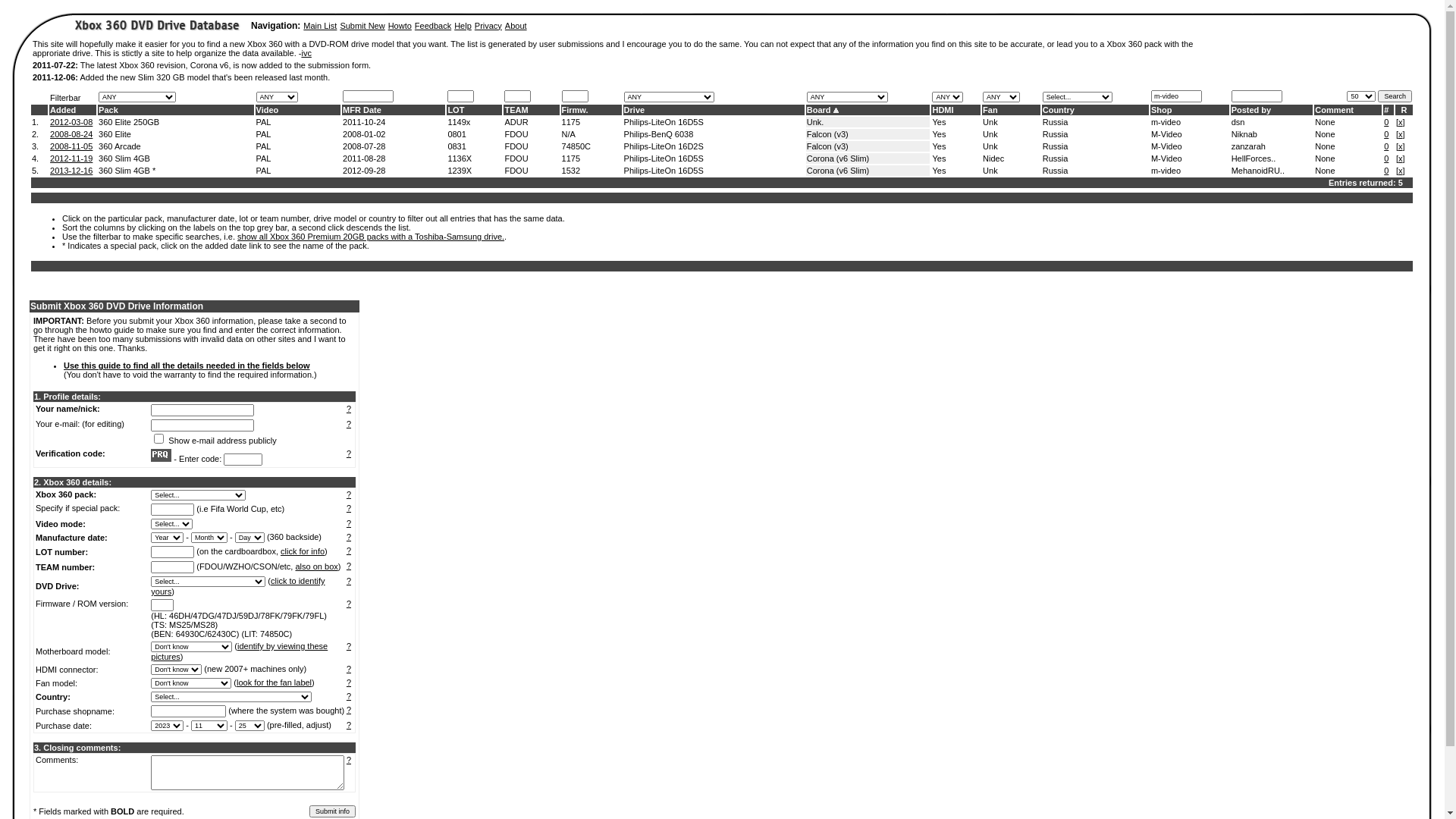 The height and width of the screenshot is (819, 1456). What do you see at coordinates (837, 158) in the screenshot?
I see `'Corona (v6 Slim)'` at bounding box center [837, 158].